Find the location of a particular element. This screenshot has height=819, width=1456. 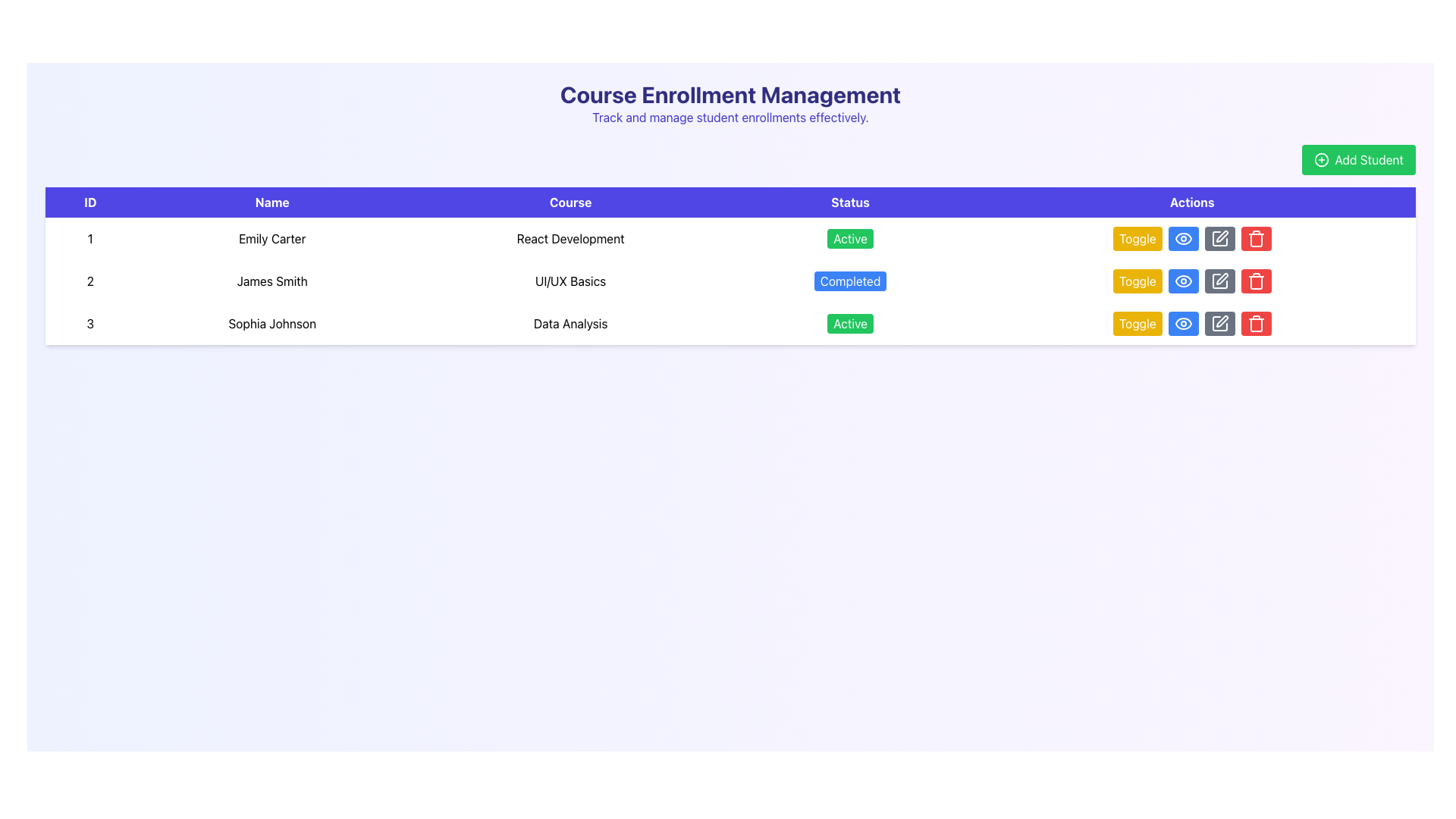

the button that toggles the status or feature of 'Emily Carter' in the 'Actions' column of the first row, located to the left of the blue 'eye' icon button is located at coordinates (1191, 239).